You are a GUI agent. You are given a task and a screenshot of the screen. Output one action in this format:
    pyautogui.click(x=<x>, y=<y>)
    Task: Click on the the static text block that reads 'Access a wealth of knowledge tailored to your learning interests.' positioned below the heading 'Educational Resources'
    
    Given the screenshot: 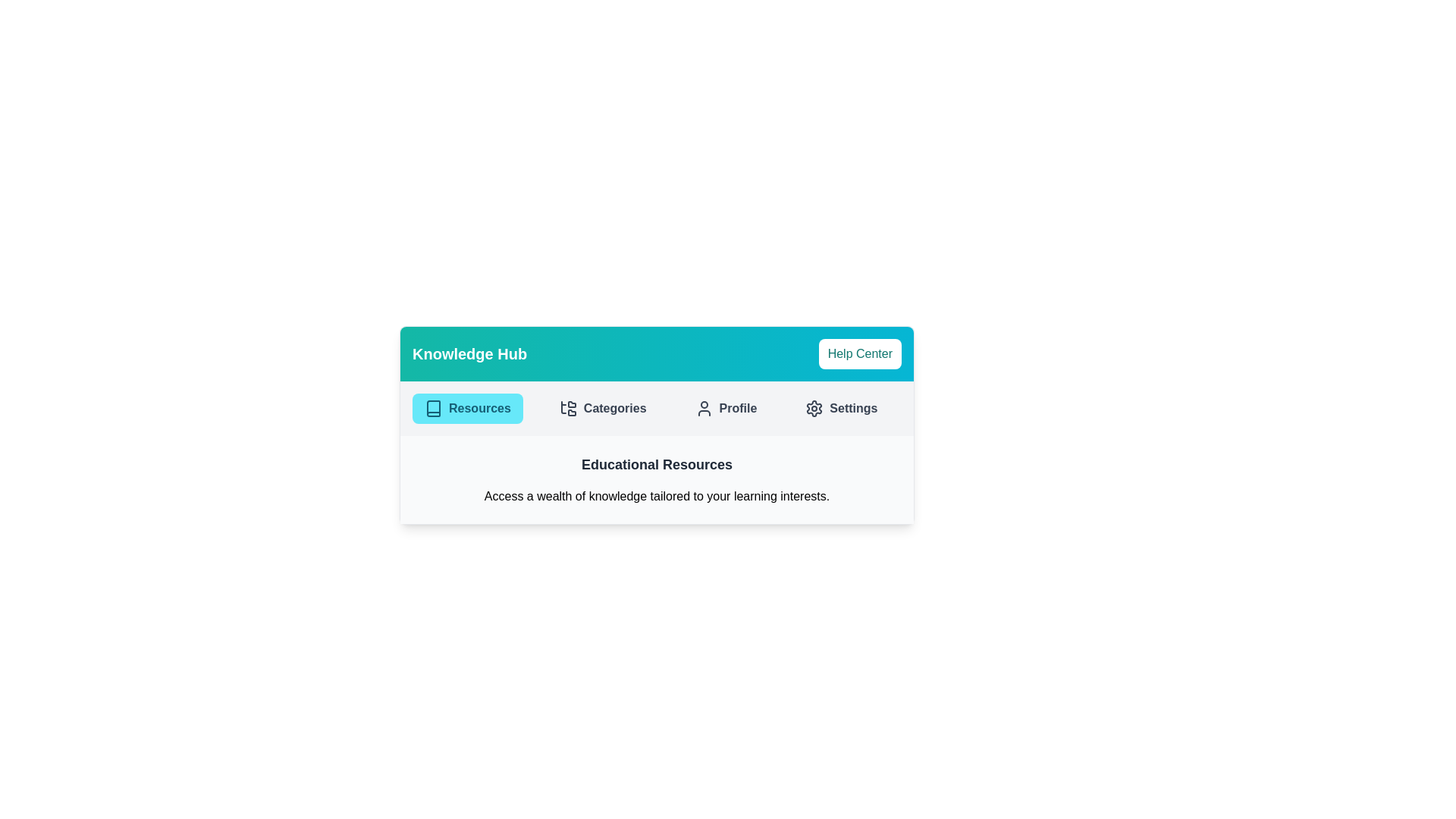 What is the action you would take?
    pyautogui.click(x=657, y=497)
    